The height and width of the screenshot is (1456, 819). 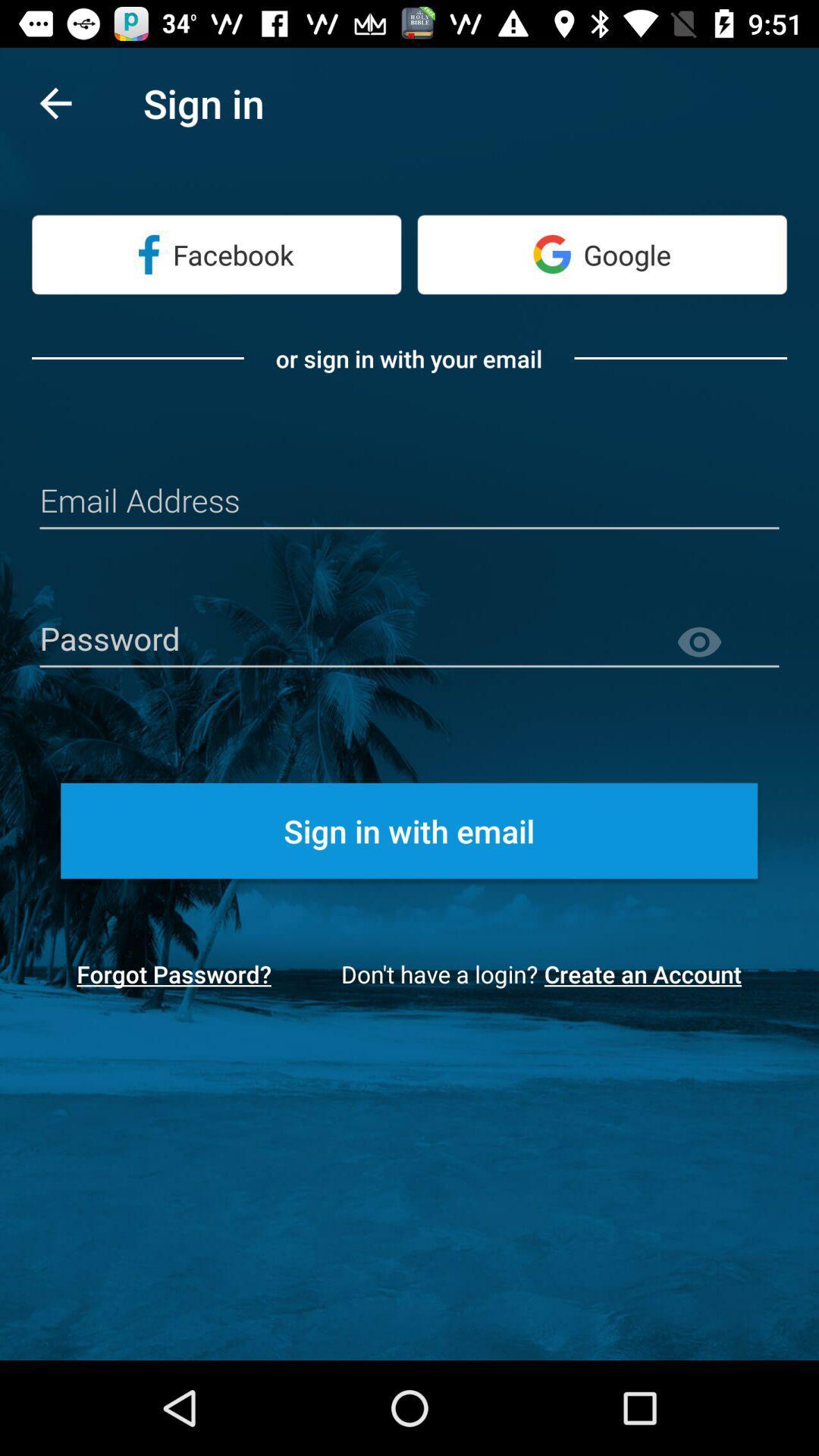 What do you see at coordinates (173, 974) in the screenshot?
I see `icon next to don t have` at bounding box center [173, 974].